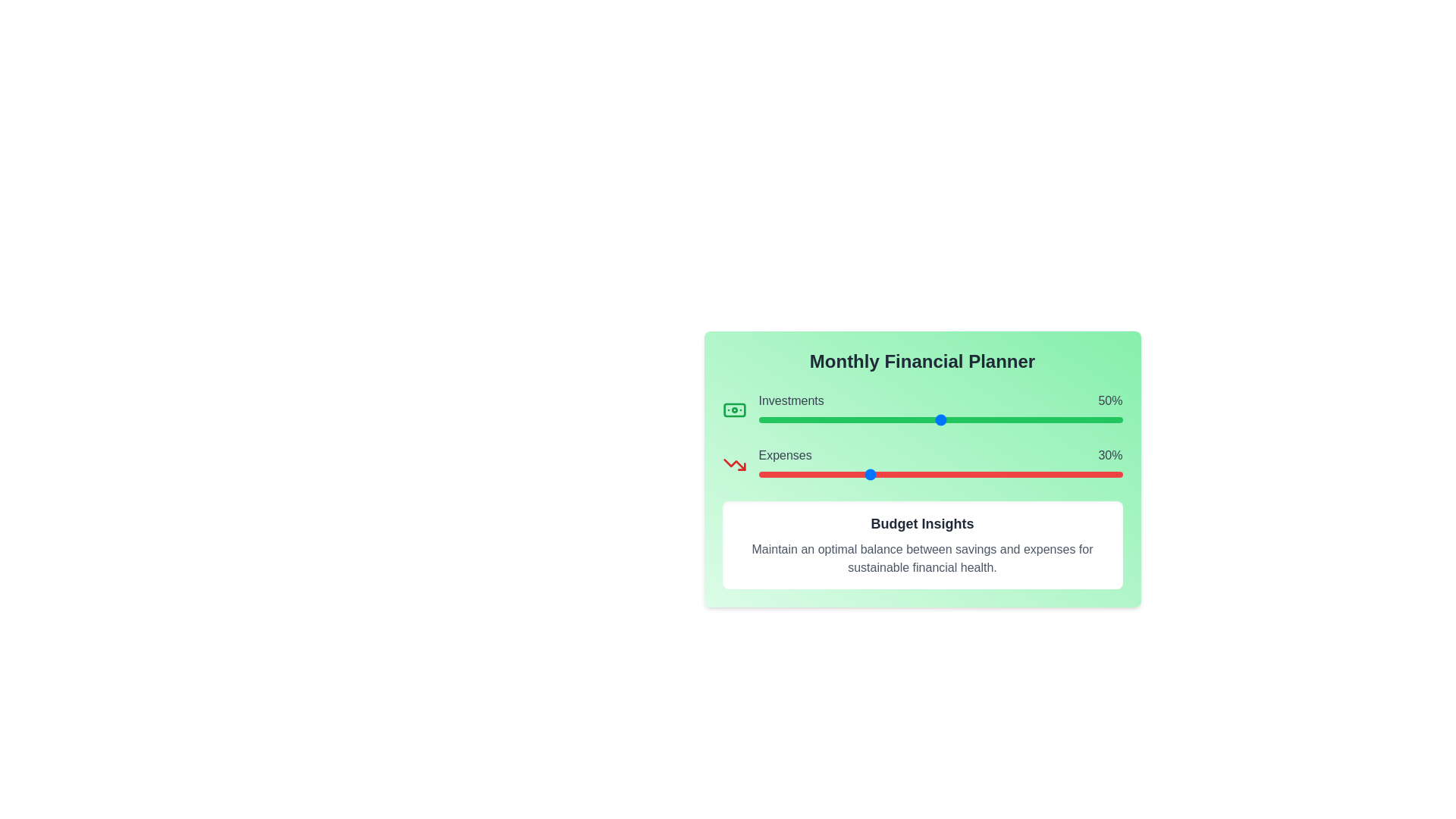 This screenshot has width=1456, height=819. Describe the element at coordinates (929, 420) in the screenshot. I see `the 'Investments' slider to set its value to 47%` at that location.